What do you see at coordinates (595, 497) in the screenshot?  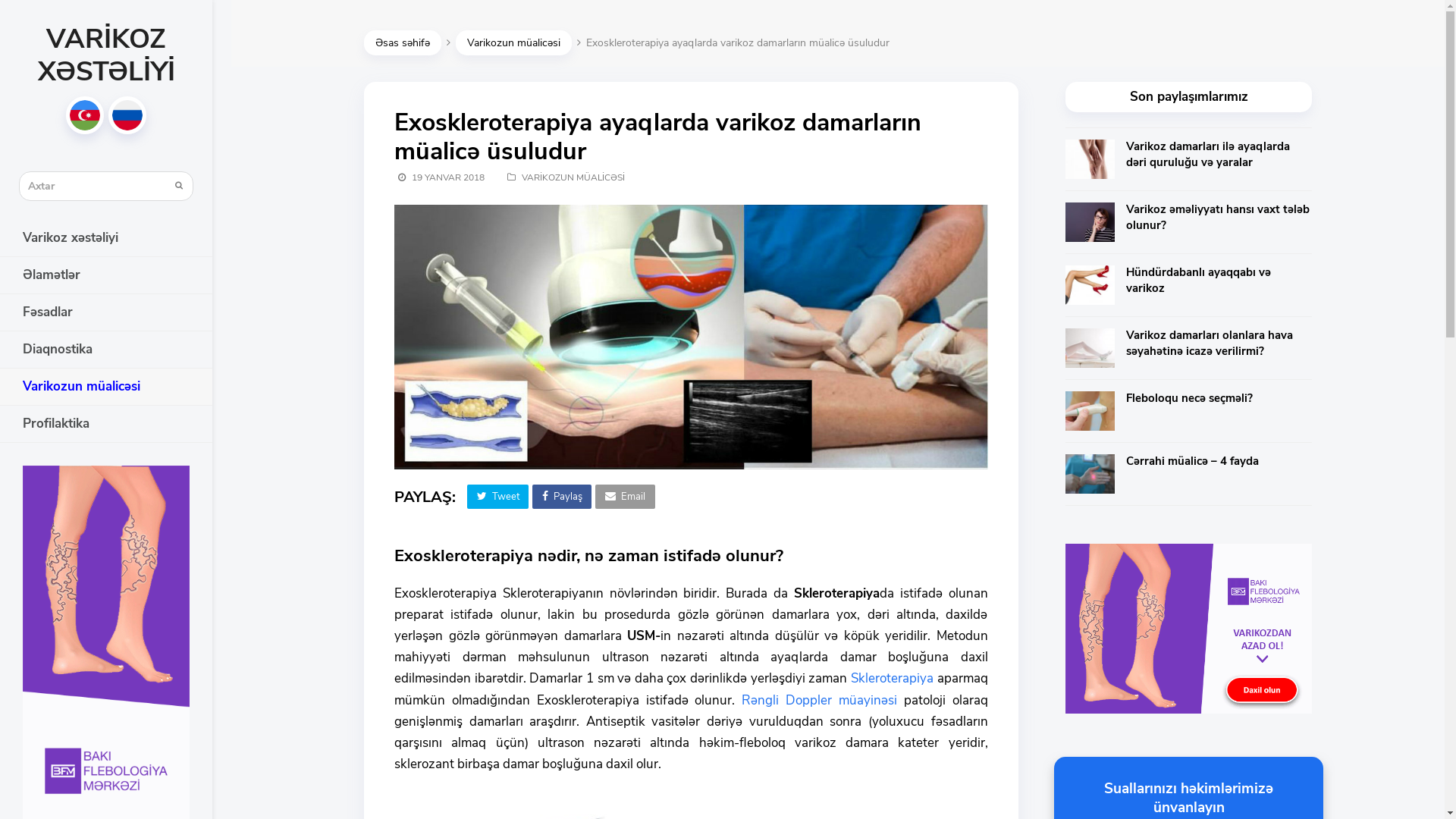 I see `'Email'` at bounding box center [595, 497].